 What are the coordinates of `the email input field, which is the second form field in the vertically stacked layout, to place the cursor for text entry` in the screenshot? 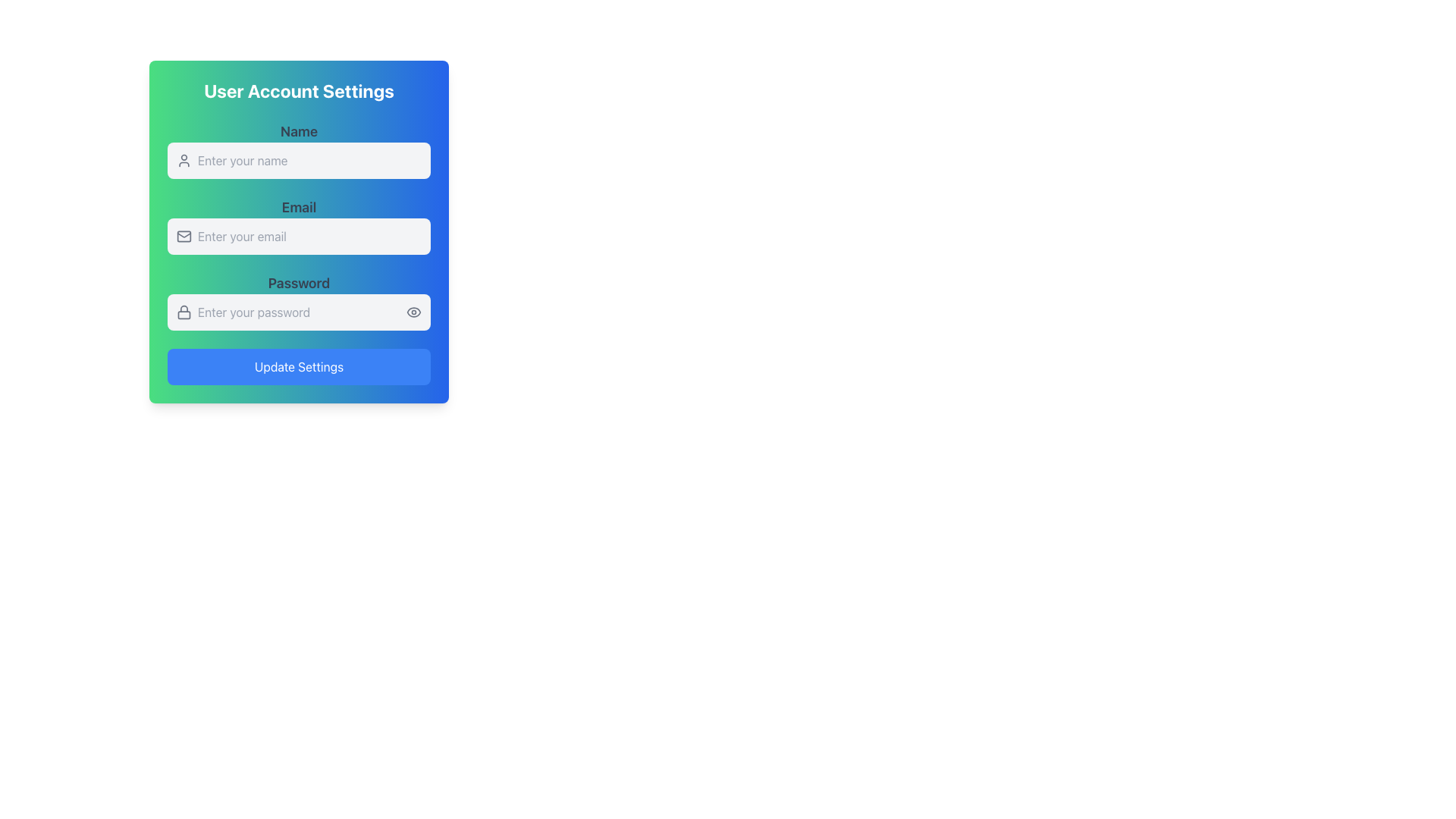 It's located at (299, 225).